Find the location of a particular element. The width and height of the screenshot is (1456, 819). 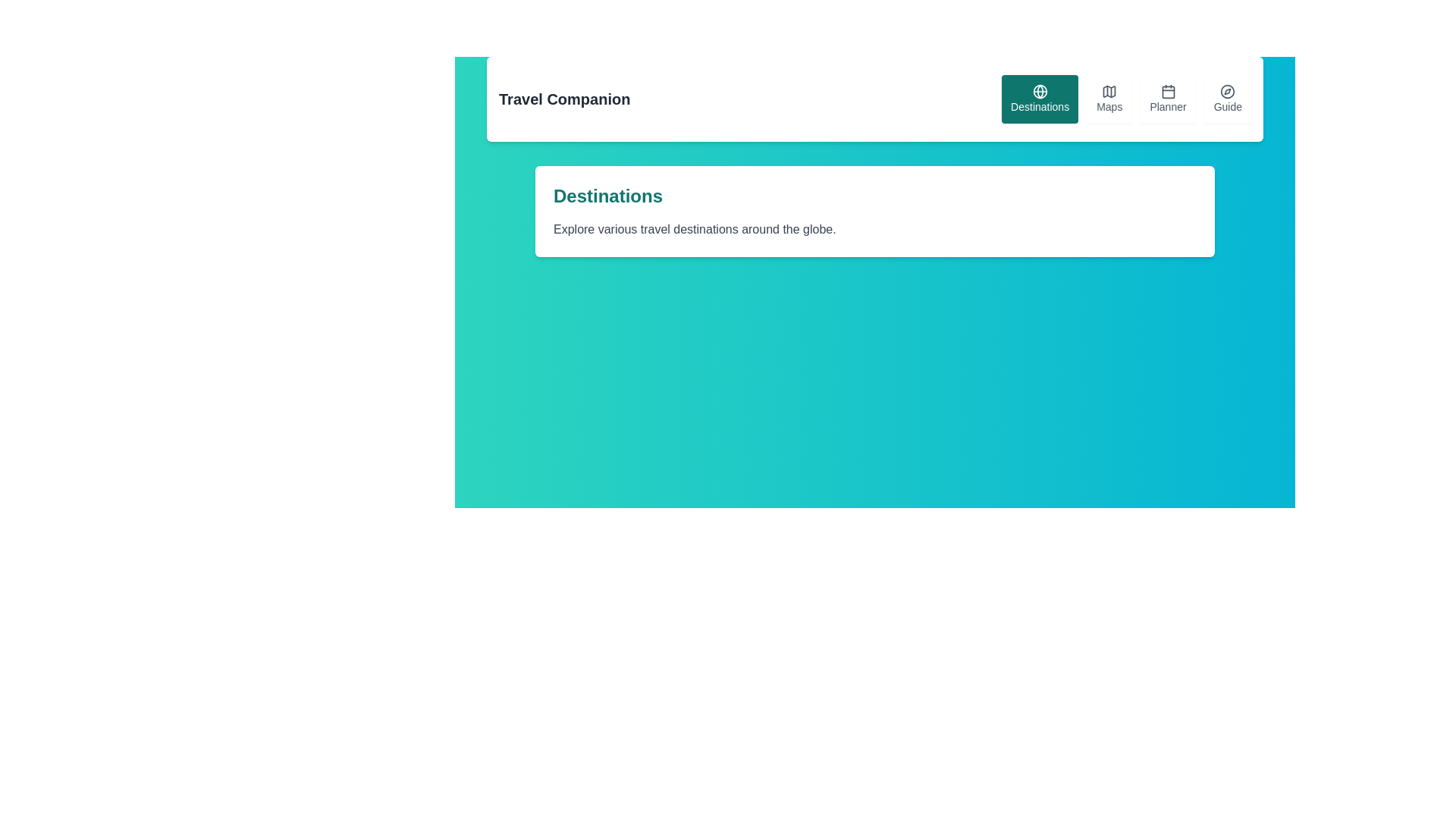

the 'Maps' icon, which appears as a graphical depiction of a map with irregular outlines, located in the navigation bar between the 'Destinations' and 'Planner' icons is located at coordinates (1109, 91).